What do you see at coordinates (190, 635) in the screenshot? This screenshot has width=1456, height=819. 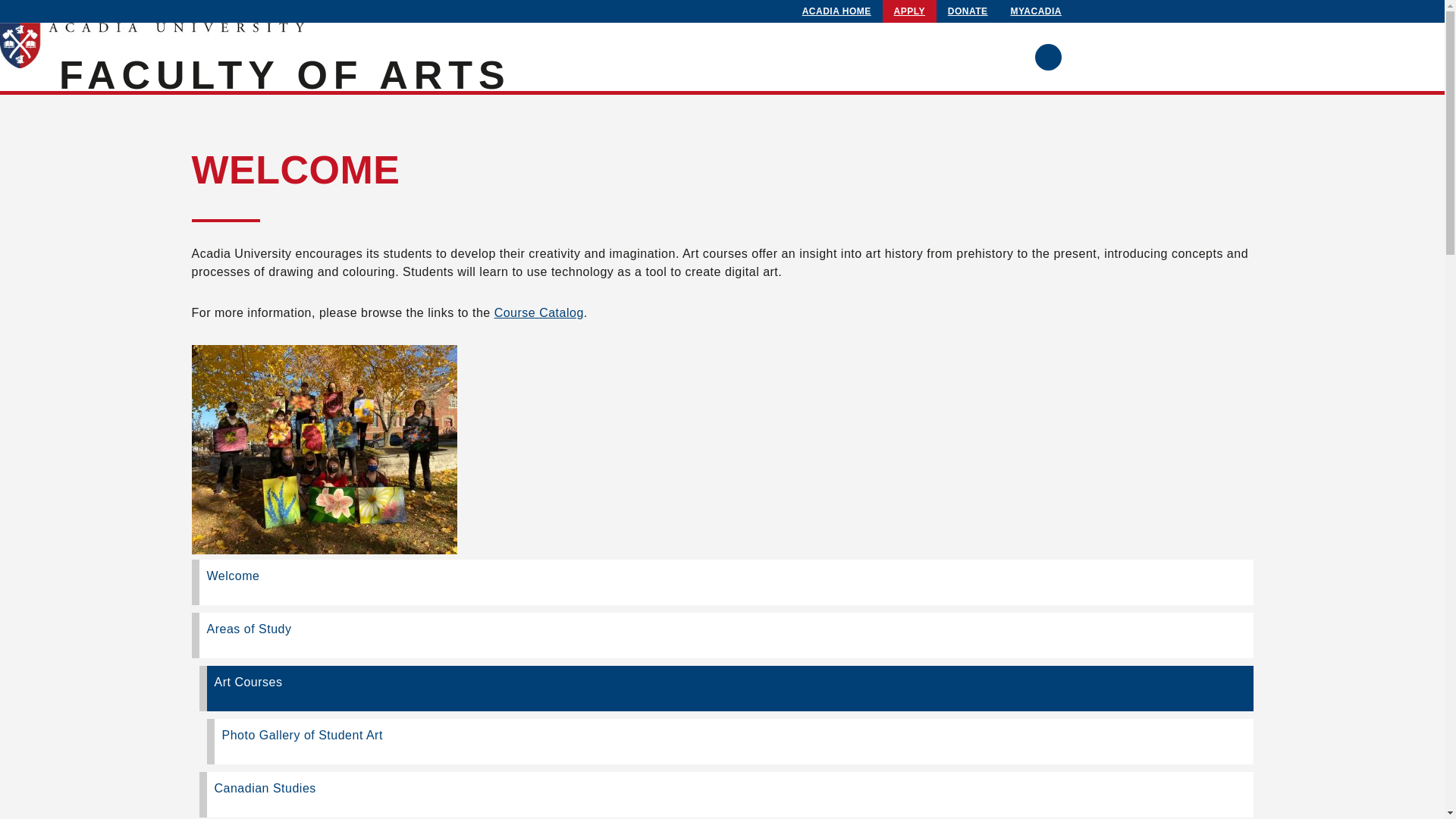 I see `'Areas of Study'` at bounding box center [190, 635].